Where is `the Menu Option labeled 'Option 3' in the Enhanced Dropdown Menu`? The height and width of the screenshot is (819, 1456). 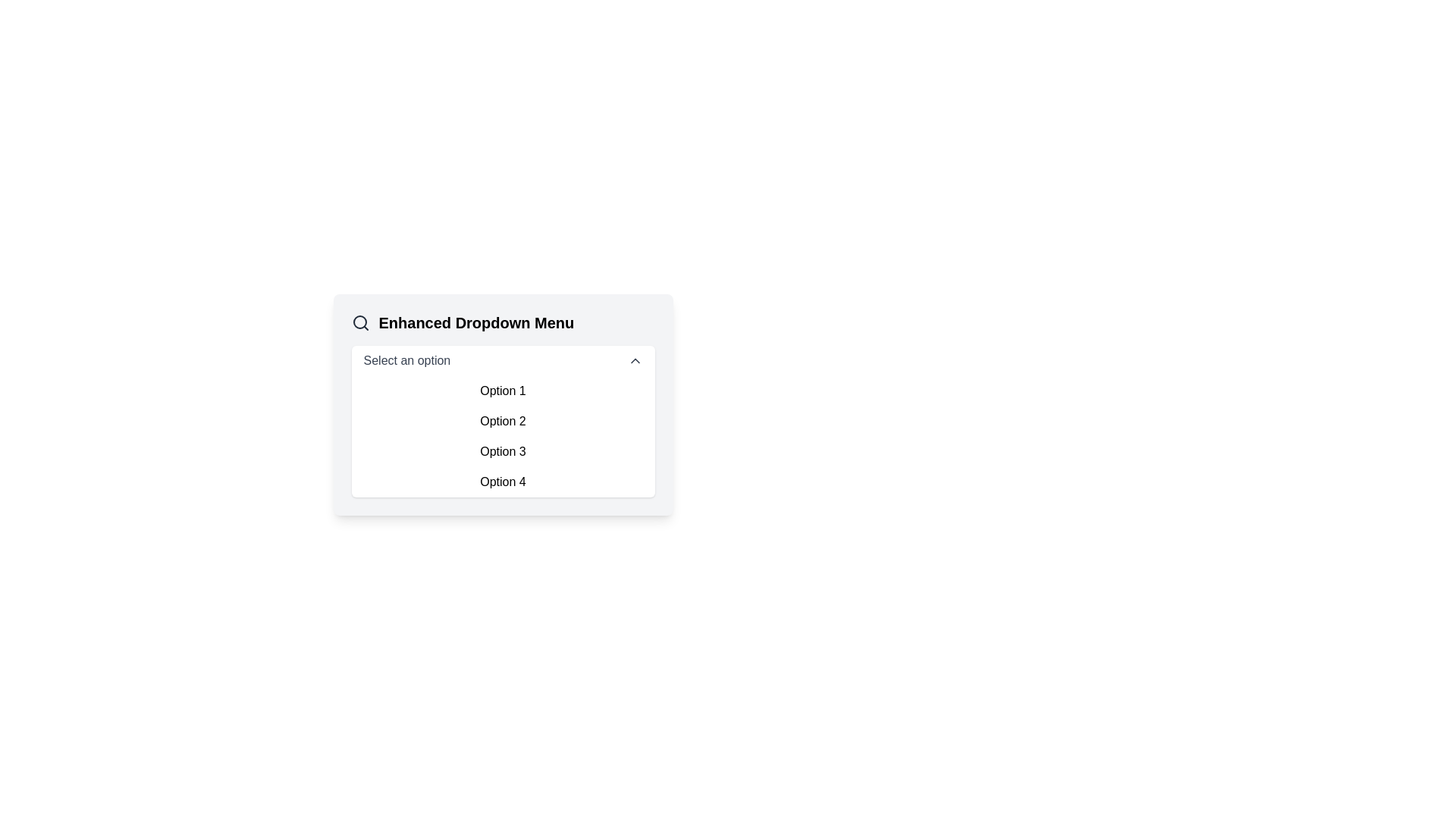
the Menu Option labeled 'Option 3' in the Enhanced Dropdown Menu is located at coordinates (503, 451).